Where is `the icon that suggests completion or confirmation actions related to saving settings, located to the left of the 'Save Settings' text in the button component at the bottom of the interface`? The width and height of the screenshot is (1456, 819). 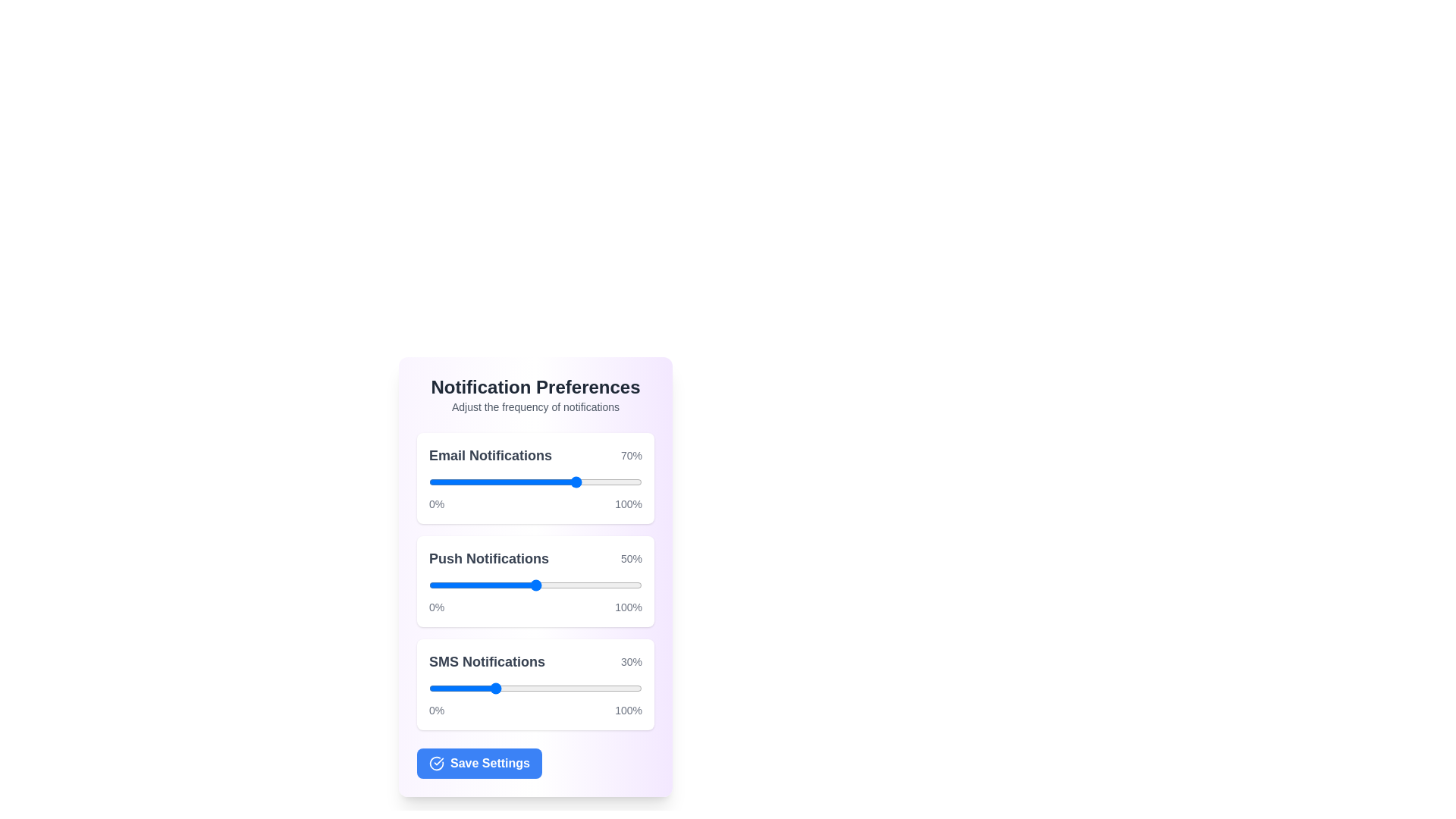 the icon that suggests completion or confirmation actions related to saving settings, located to the left of the 'Save Settings' text in the button component at the bottom of the interface is located at coordinates (436, 763).